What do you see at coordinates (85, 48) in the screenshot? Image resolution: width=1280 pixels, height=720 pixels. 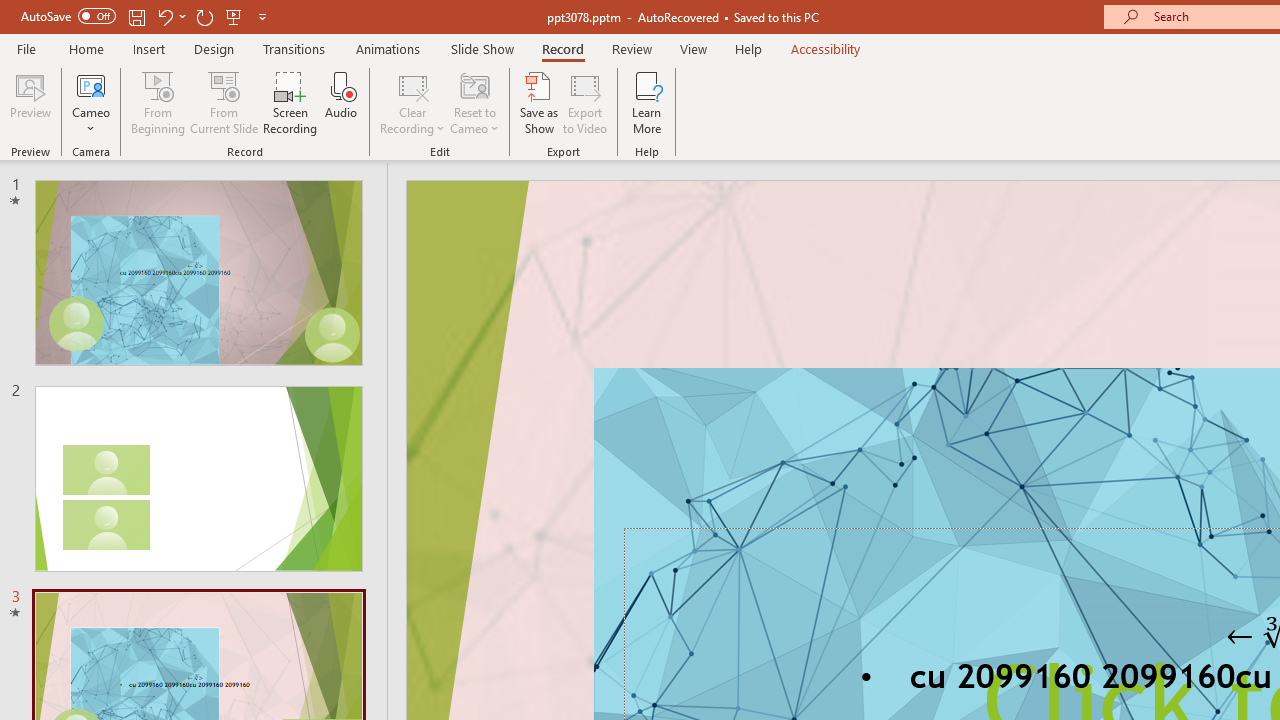 I see `'Home'` at bounding box center [85, 48].